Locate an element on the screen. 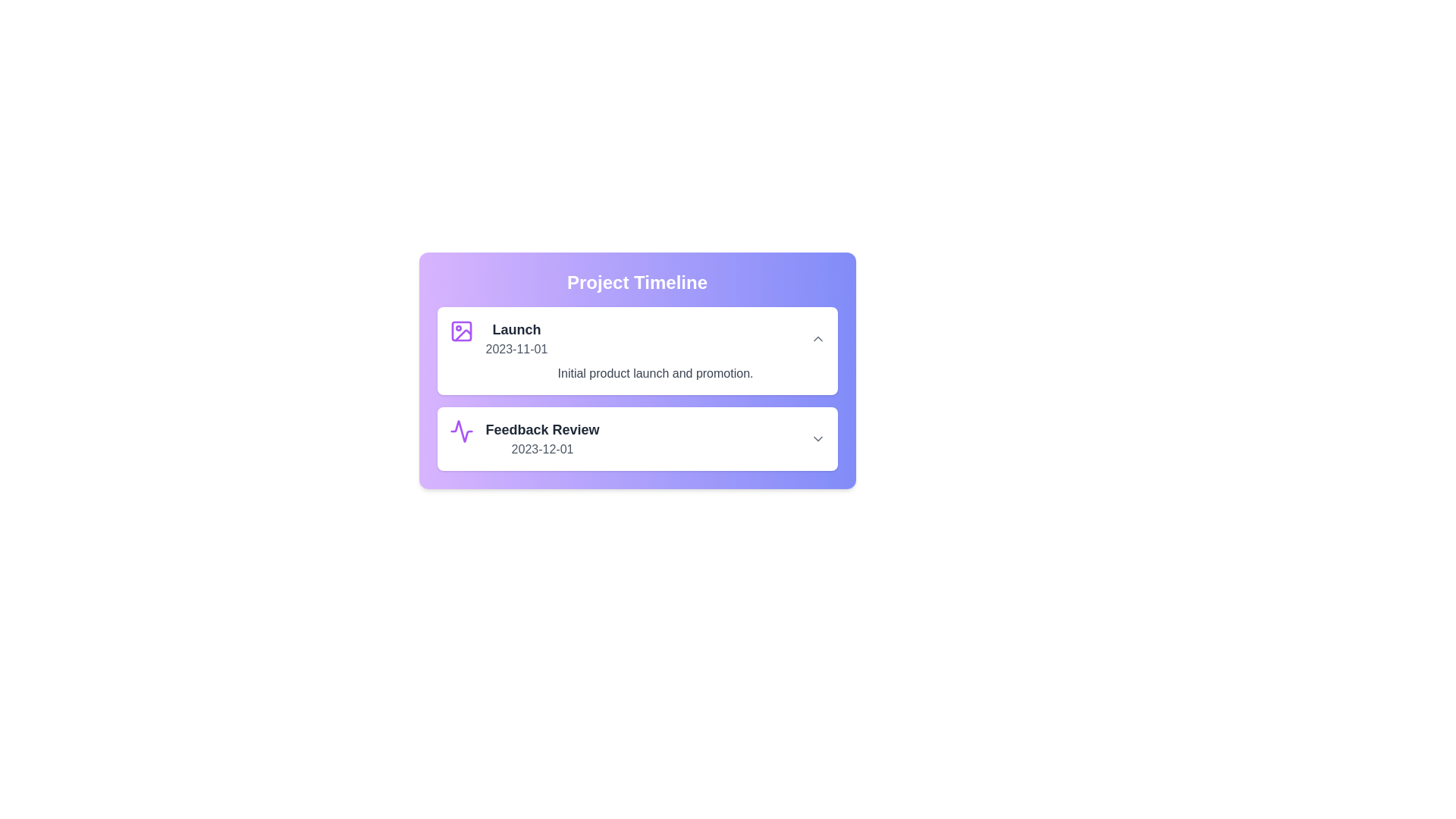 Image resolution: width=1456 pixels, height=819 pixels. the timeline event display showing 'Feedback Review' with the date '2023-12-01', which is the second entry in the timeline interface is located at coordinates (542, 438).